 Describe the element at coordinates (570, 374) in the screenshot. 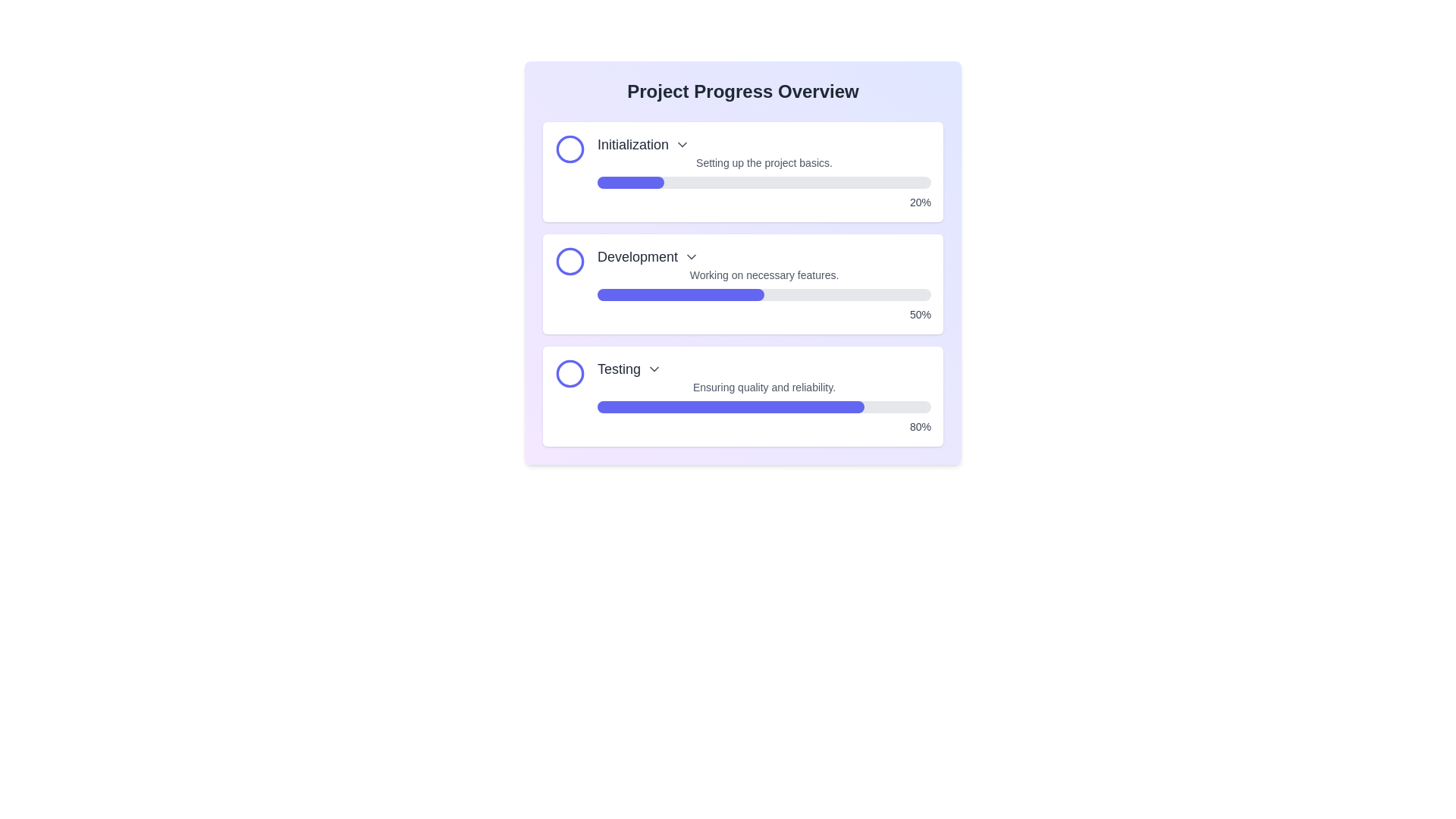

I see `the status indicator icon representing the 'Testing' phase, located on the left side of the 'Testing' card in the project phases list` at that location.